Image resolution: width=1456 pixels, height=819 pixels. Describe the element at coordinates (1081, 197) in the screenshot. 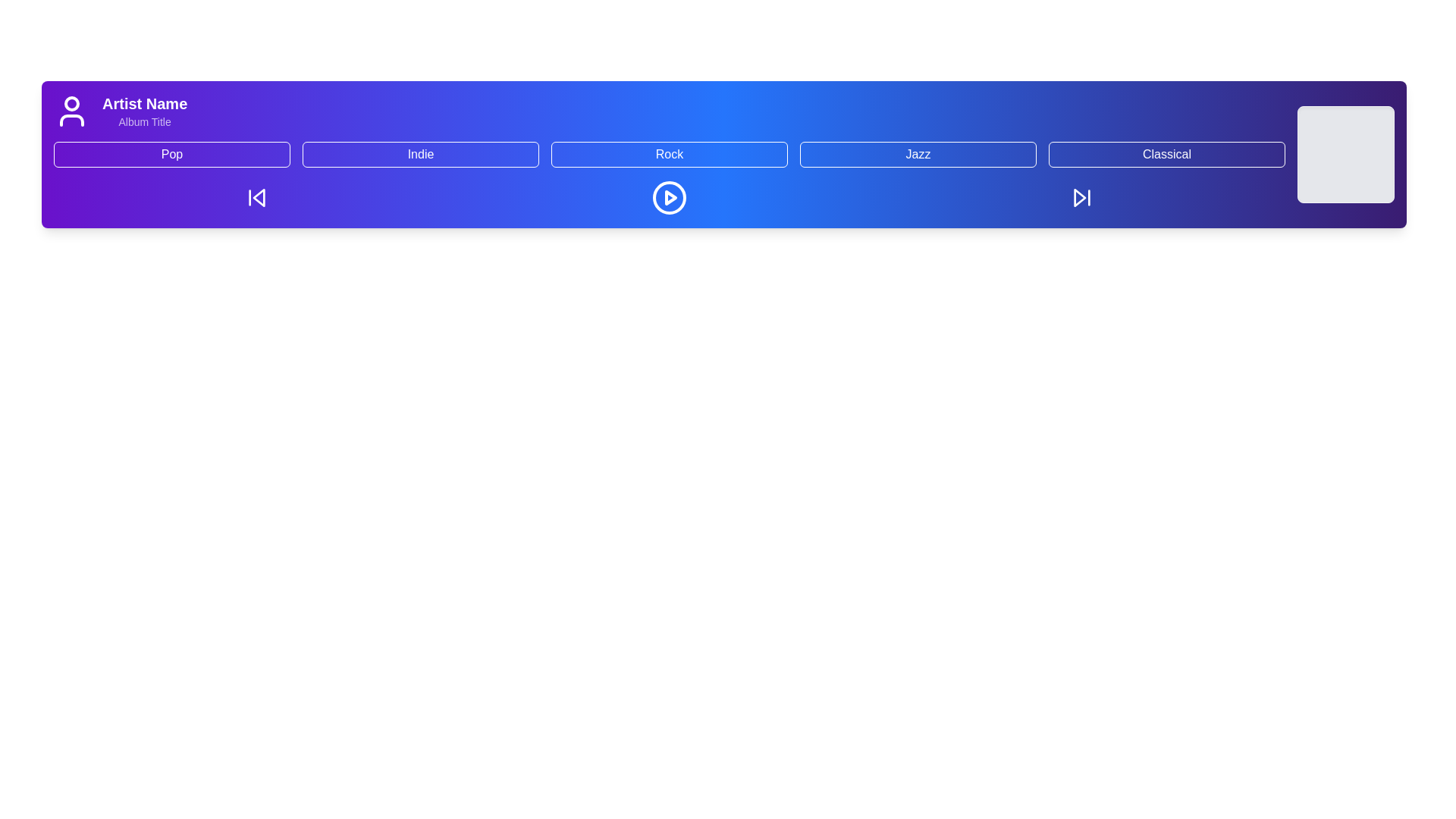

I see `the skip-forward button, which is the third interactive button from the left in the toolbar` at that location.